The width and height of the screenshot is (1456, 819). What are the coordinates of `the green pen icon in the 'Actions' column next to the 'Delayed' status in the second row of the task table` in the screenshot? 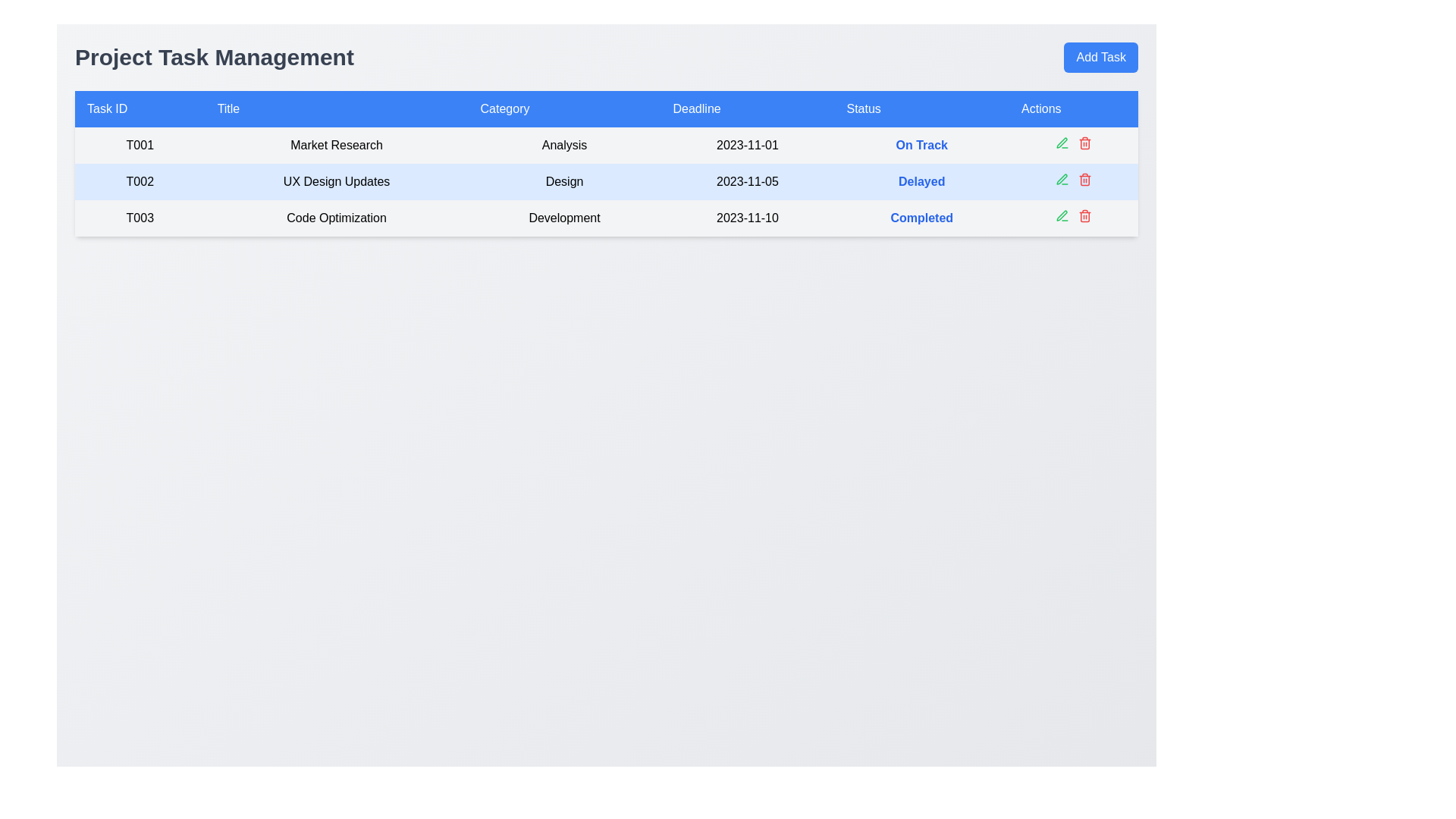 It's located at (1062, 216).